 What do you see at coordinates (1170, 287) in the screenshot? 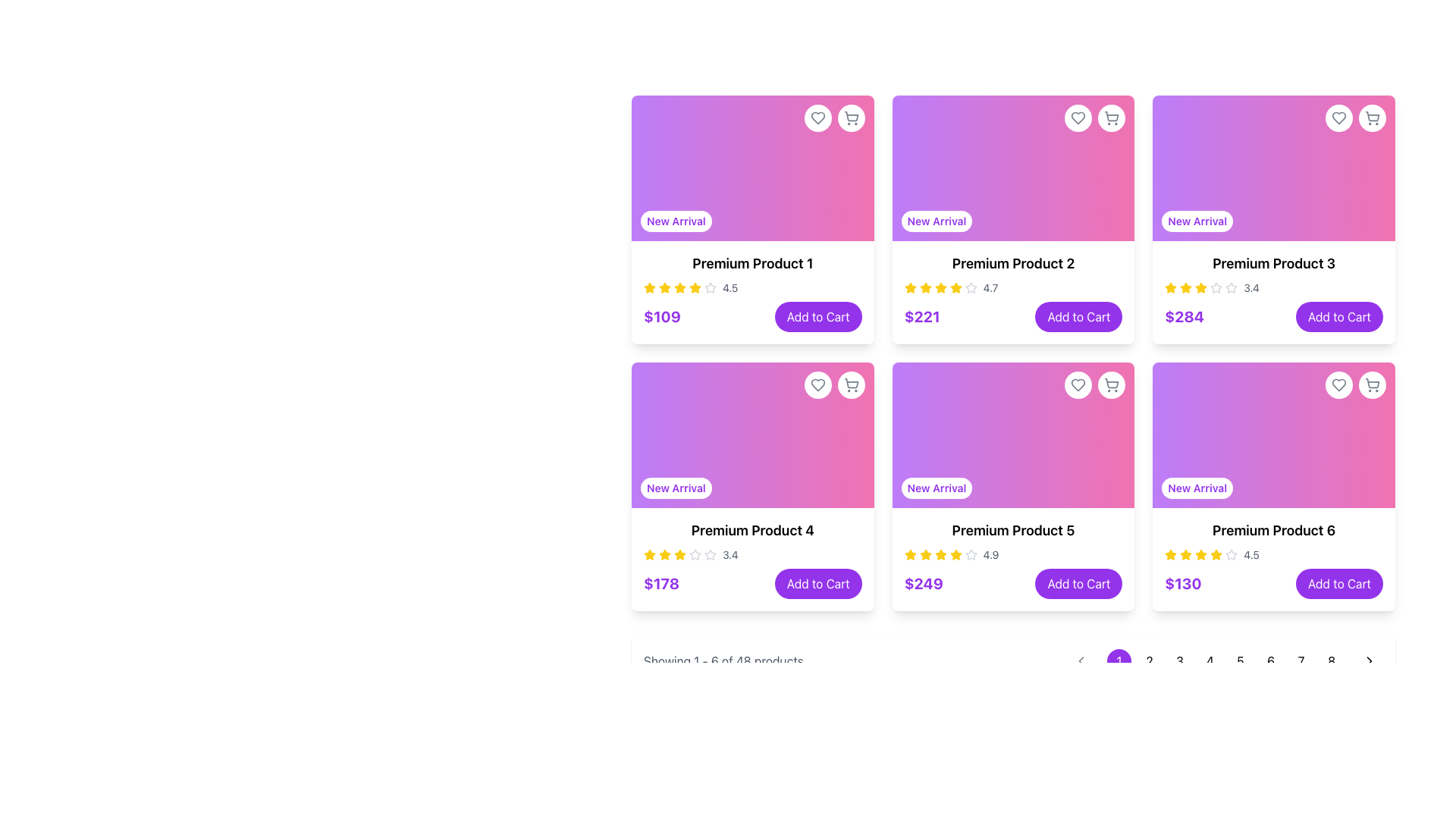
I see `the filled star icon representing the rating value for the third product card located in the first row and third column of the grid layout` at bounding box center [1170, 287].